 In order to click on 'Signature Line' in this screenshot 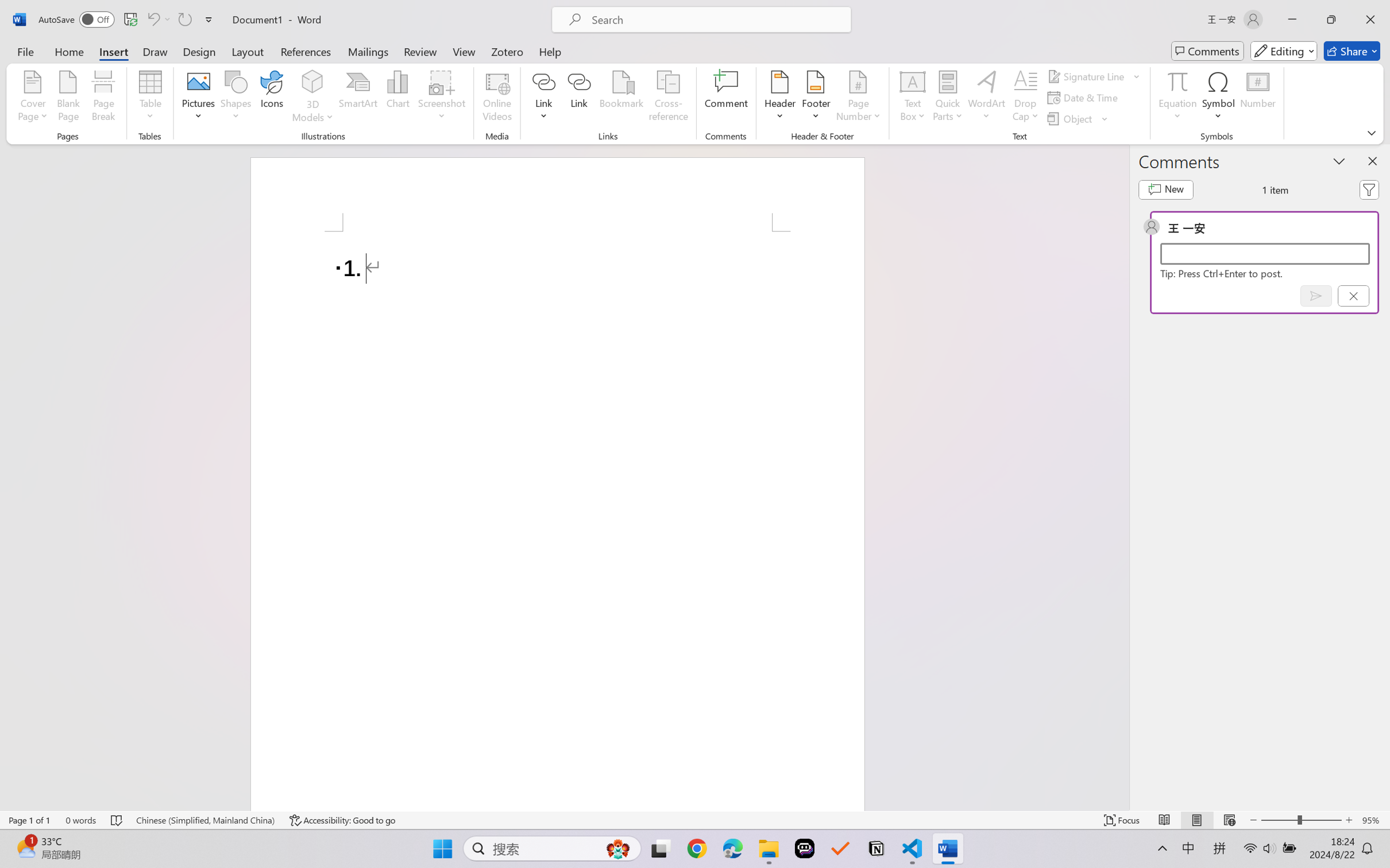, I will do `click(1093, 75)`.